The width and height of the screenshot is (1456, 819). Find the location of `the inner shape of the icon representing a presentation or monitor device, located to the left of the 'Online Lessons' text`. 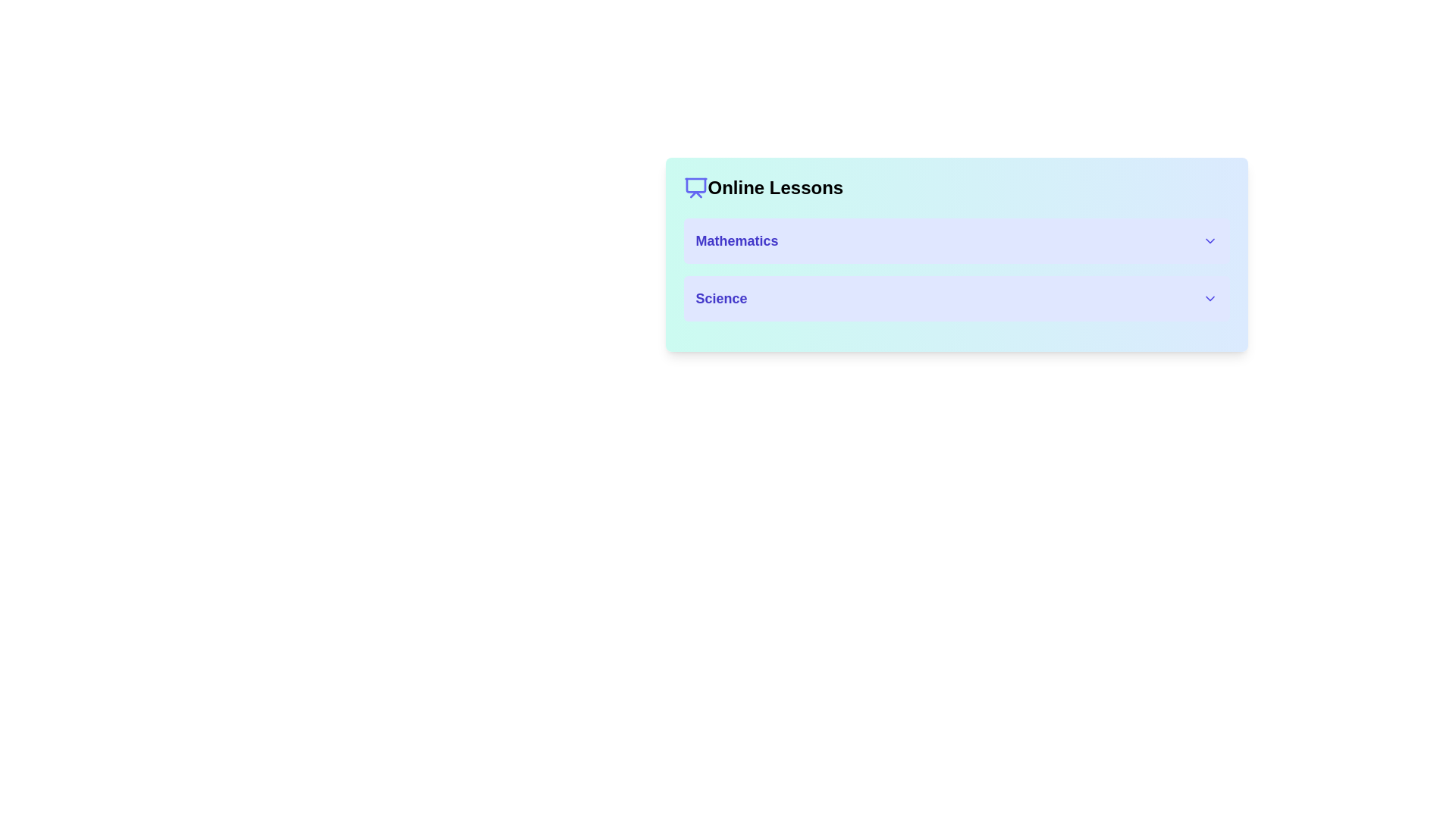

the inner shape of the icon representing a presentation or monitor device, located to the left of the 'Online Lessons' text is located at coordinates (695, 184).